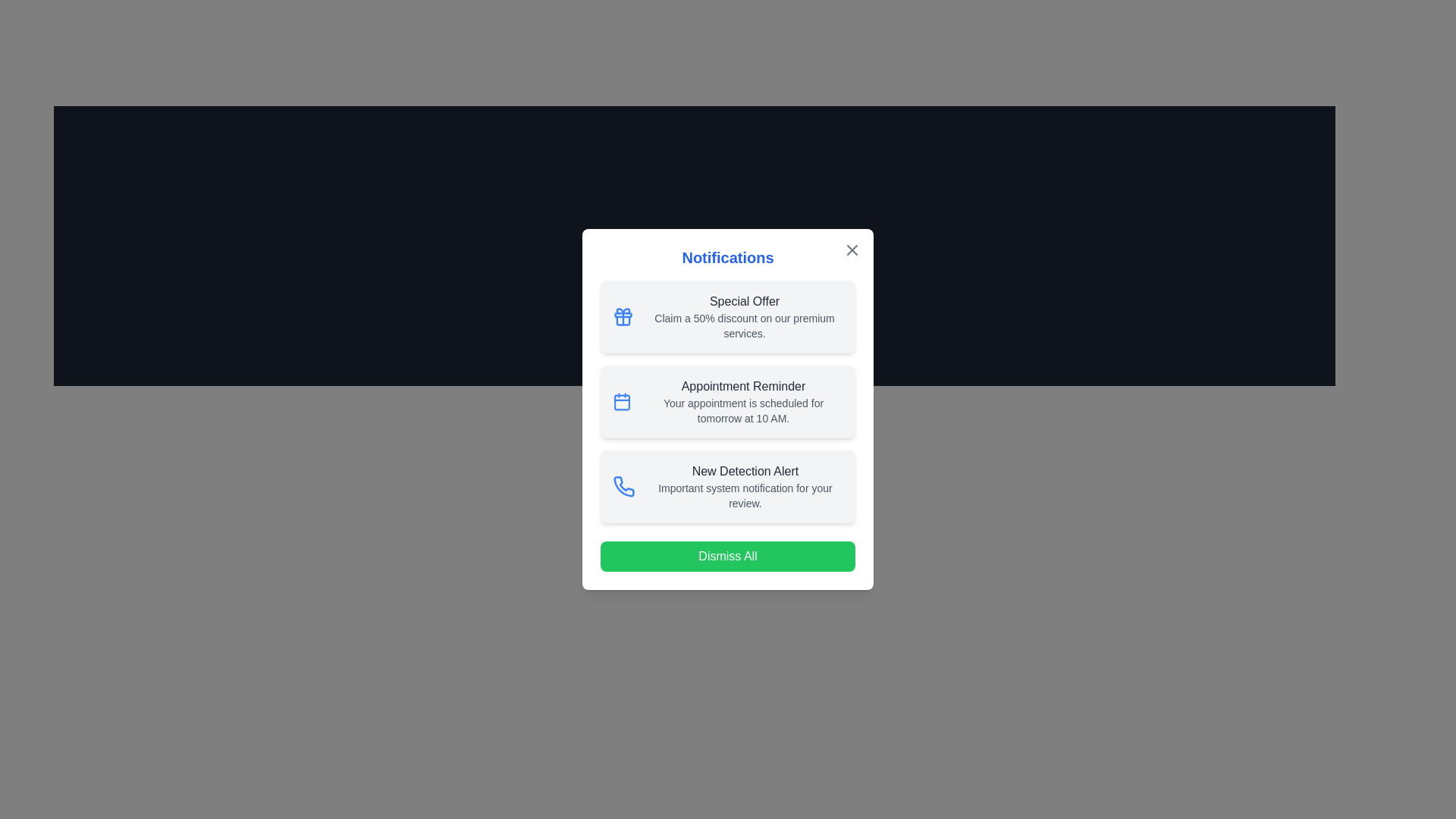 Image resolution: width=1456 pixels, height=819 pixels. Describe the element at coordinates (745, 315) in the screenshot. I see `promotional message from the Static text block that conveys a 50% discount on premium services, located in the first notification card above the 'Appointment Reminder' card` at that location.